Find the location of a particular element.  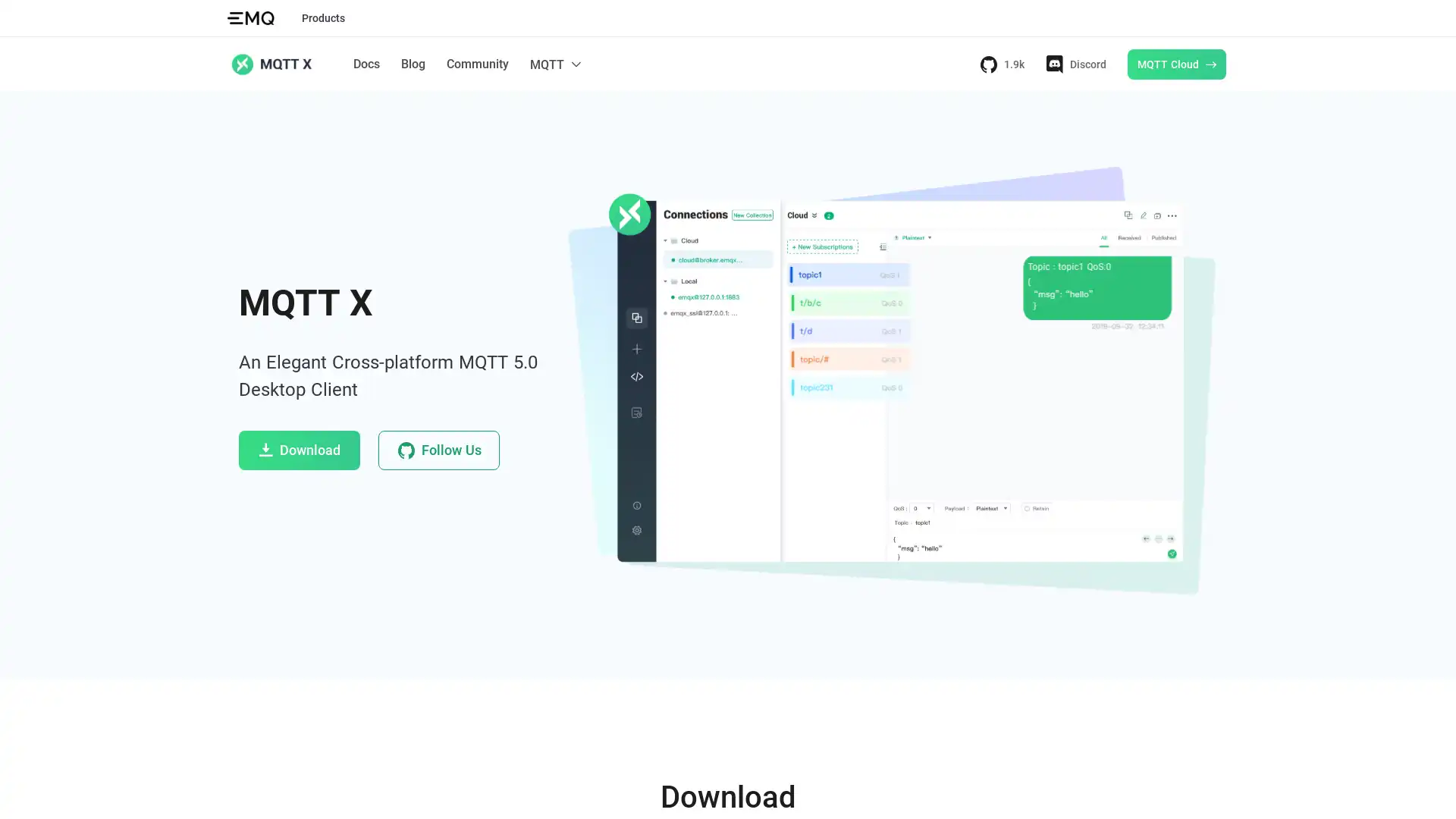

MQTT is located at coordinates (728, 240).